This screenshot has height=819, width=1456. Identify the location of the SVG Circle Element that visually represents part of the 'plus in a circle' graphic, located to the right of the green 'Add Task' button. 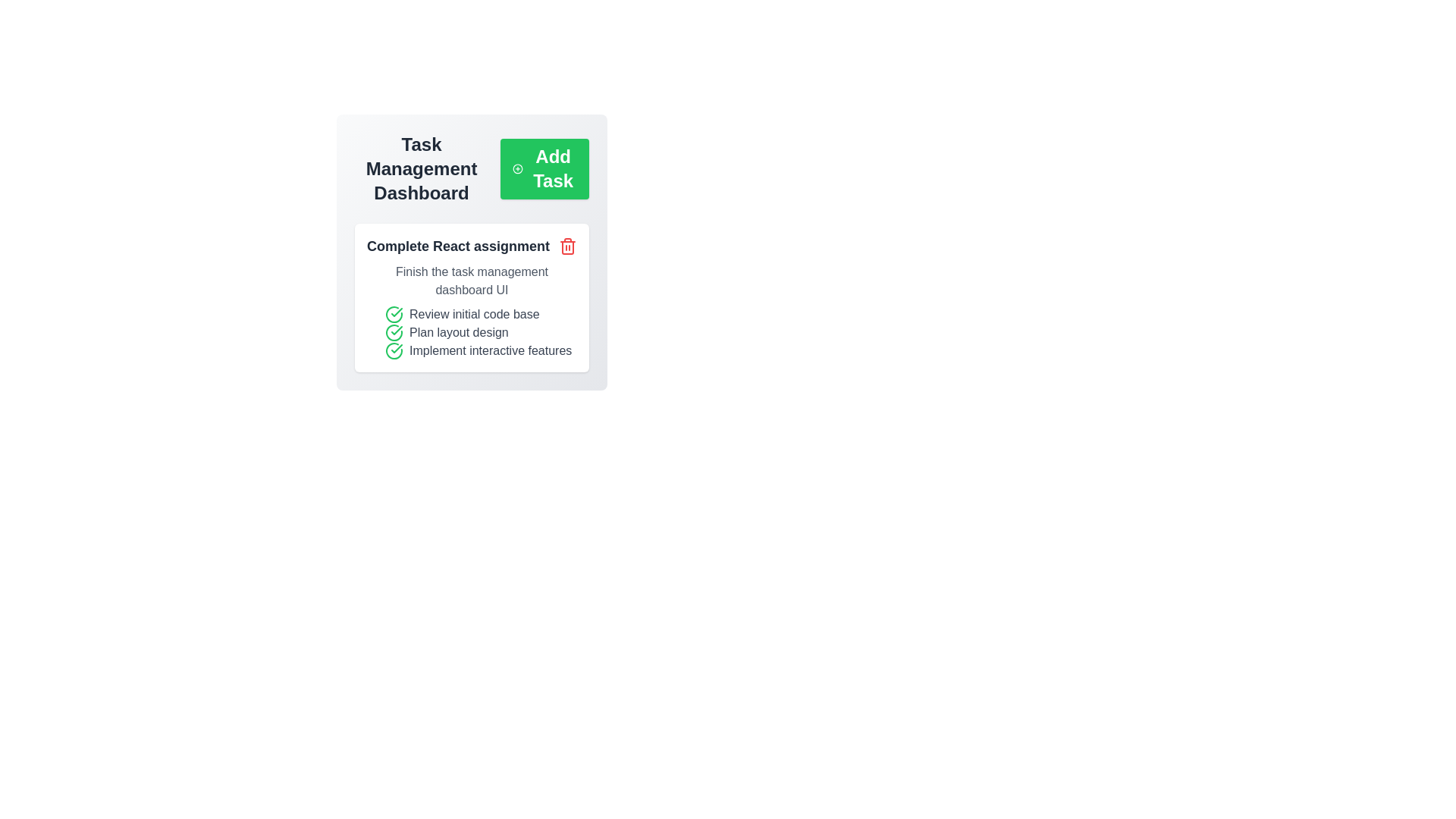
(518, 169).